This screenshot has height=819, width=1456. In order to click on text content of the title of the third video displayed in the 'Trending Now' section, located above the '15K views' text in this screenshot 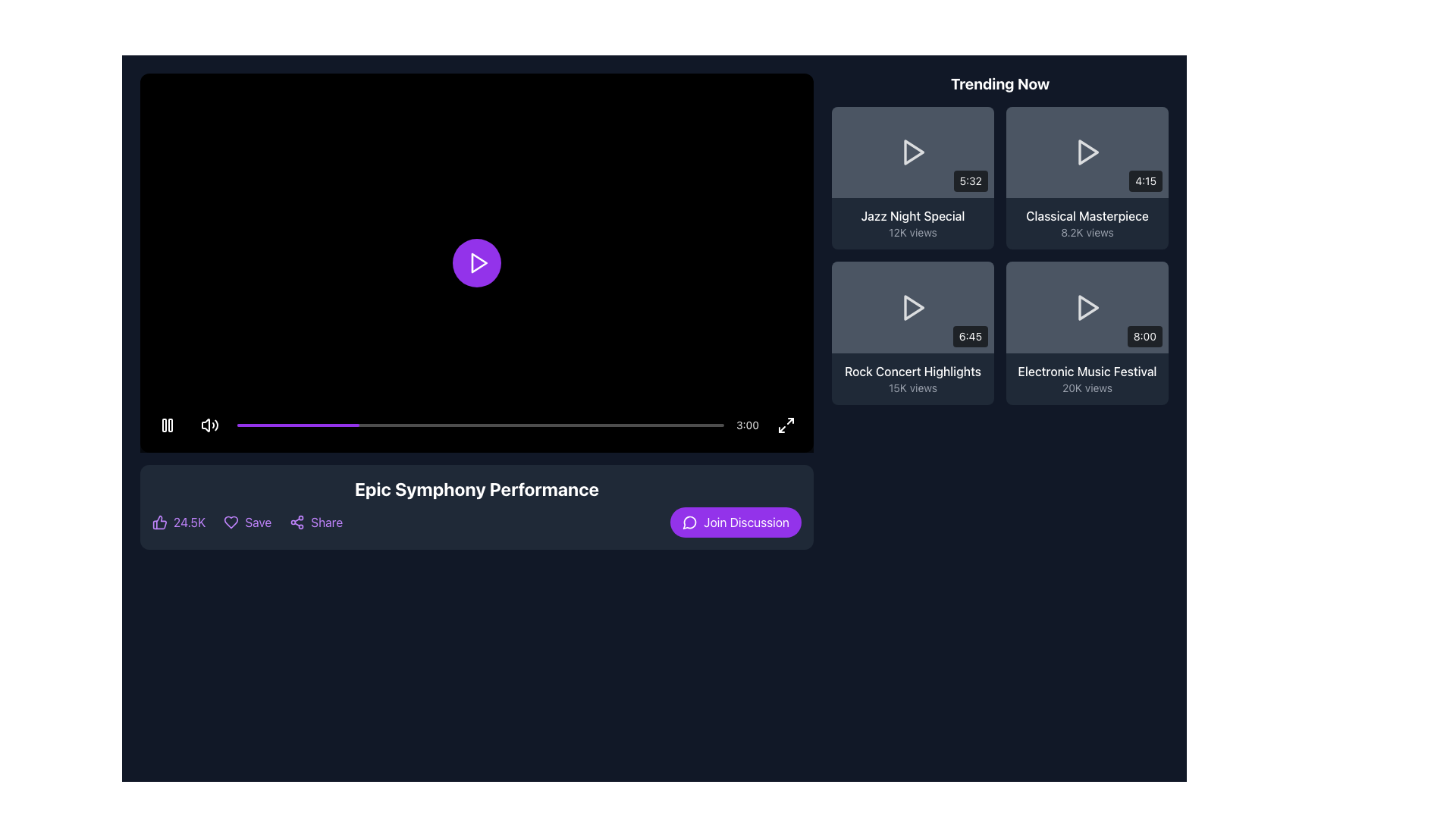, I will do `click(912, 371)`.